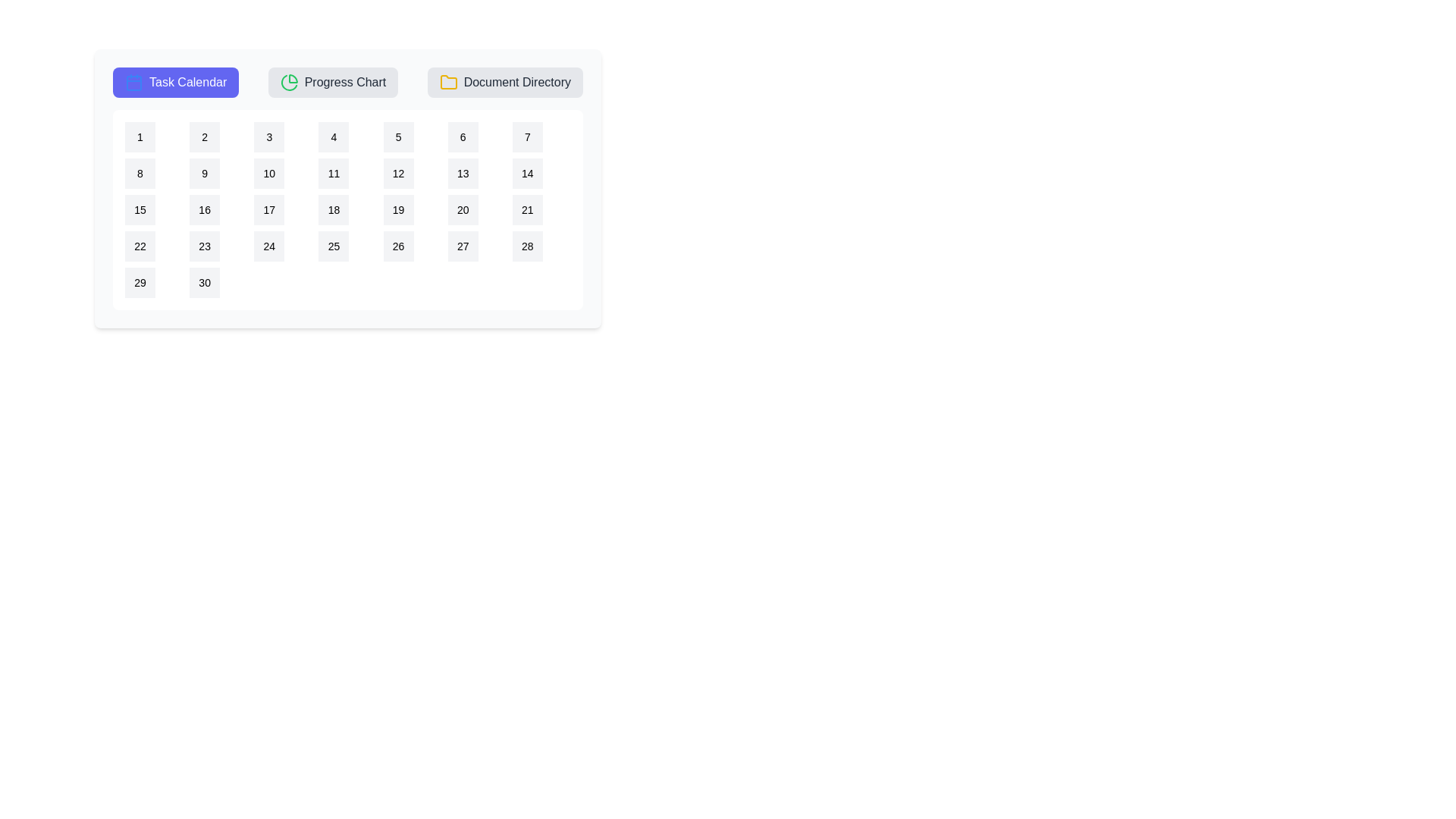  Describe the element at coordinates (269, 172) in the screenshot. I see `the calendar date 10` at that location.